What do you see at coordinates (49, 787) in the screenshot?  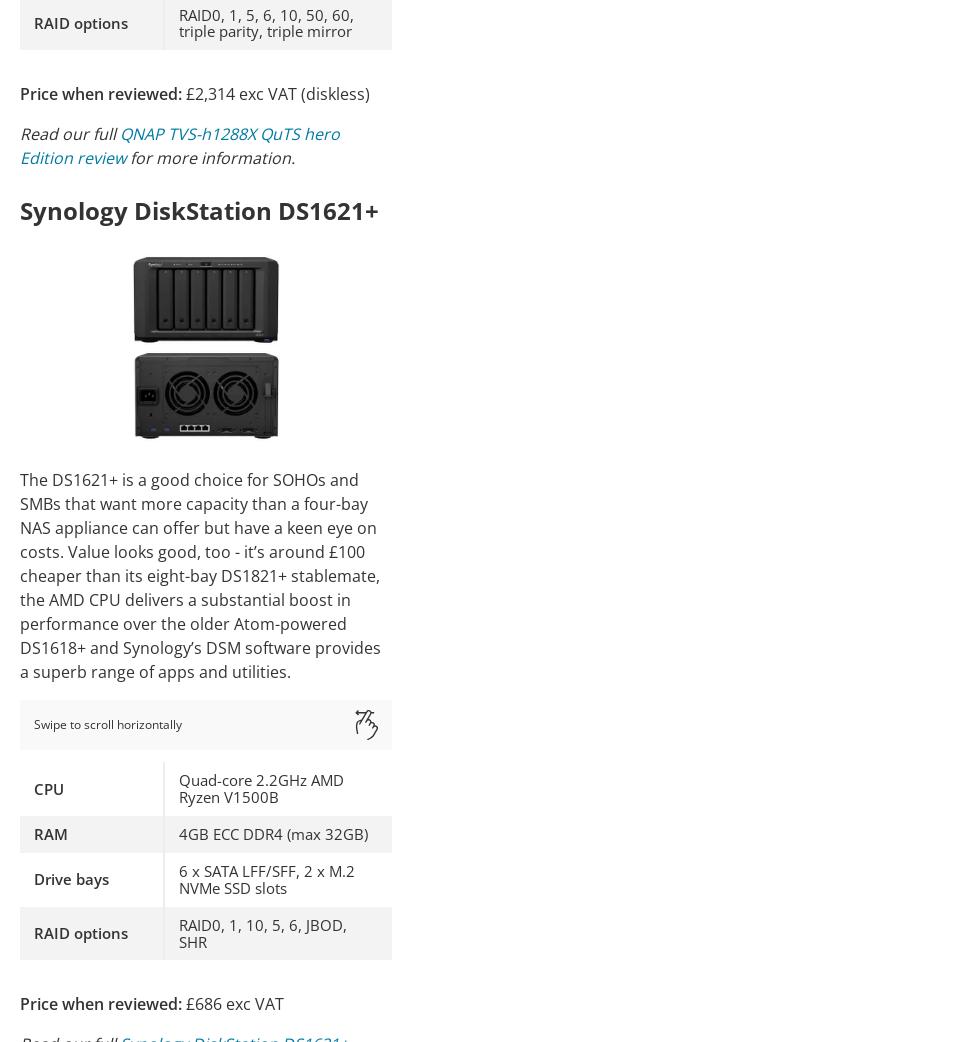 I see `'CPU'` at bounding box center [49, 787].